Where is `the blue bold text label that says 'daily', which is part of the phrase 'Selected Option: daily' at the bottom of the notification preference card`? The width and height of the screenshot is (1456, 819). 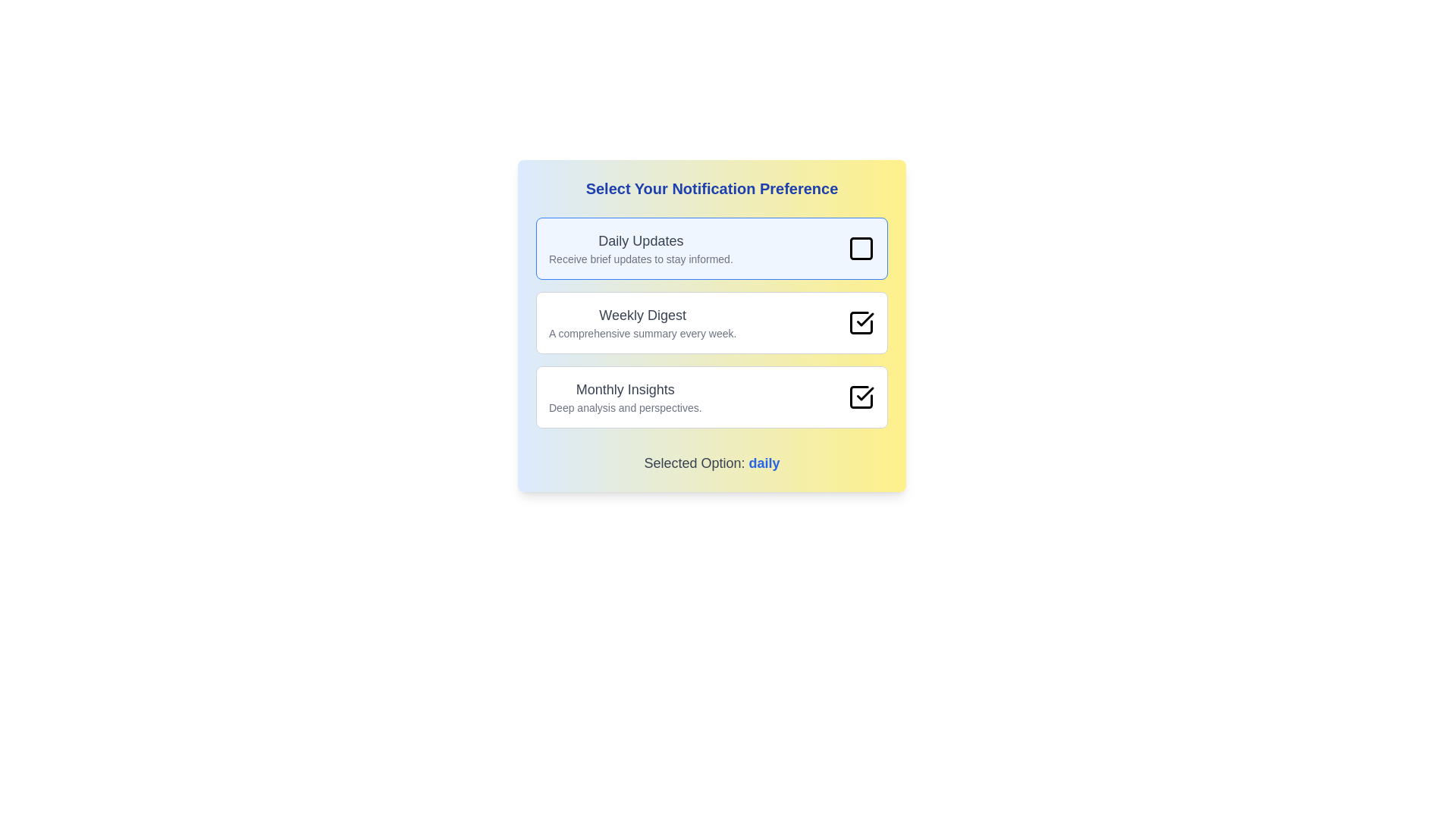
the blue bold text label that says 'daily', which is part of the phrase 'Selected Option: daily' at the bottom of the notification preference card is located at coordinates (764, 462).